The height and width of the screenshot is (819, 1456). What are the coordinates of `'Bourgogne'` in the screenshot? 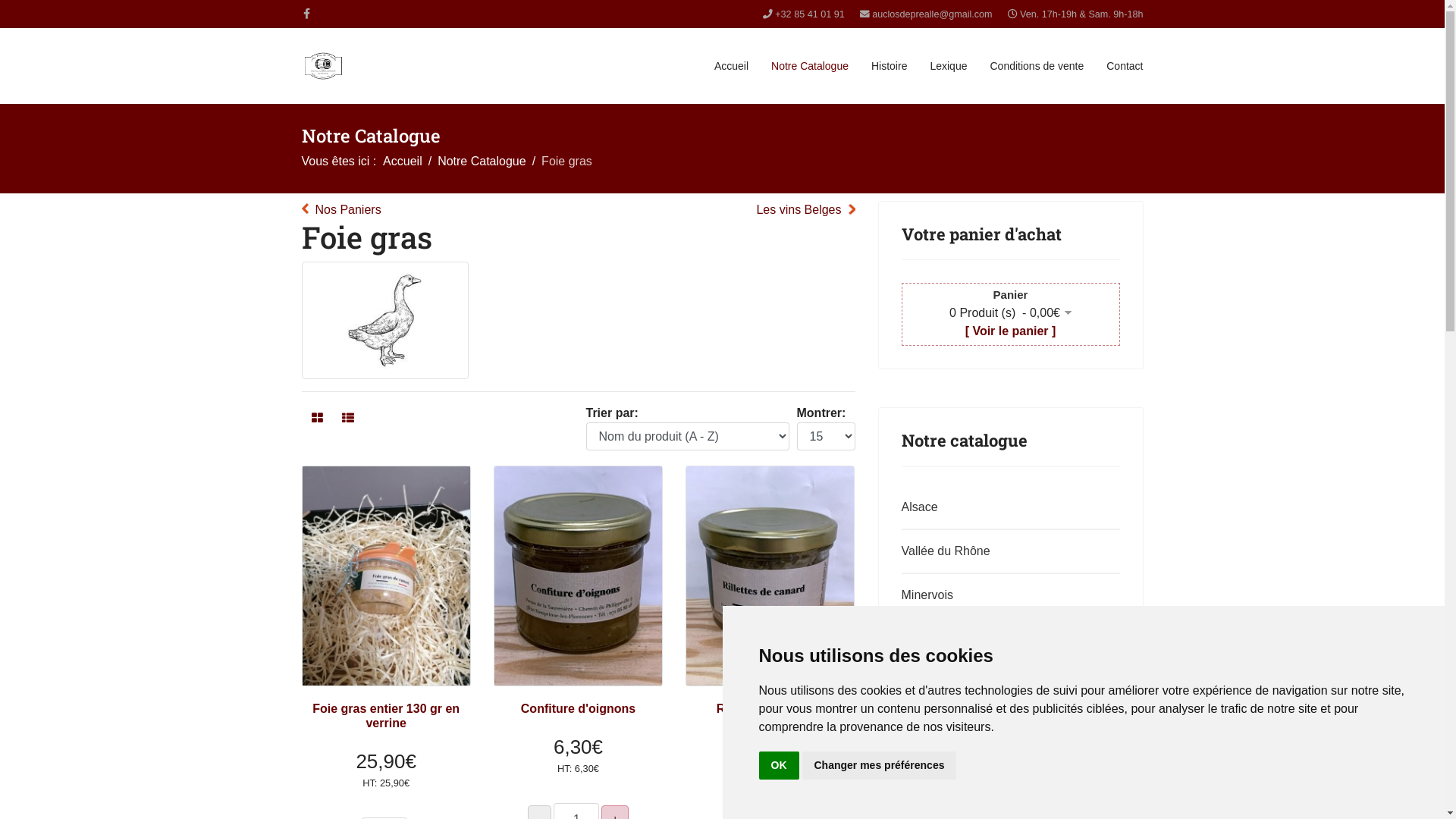 It's located at (1007, 726).